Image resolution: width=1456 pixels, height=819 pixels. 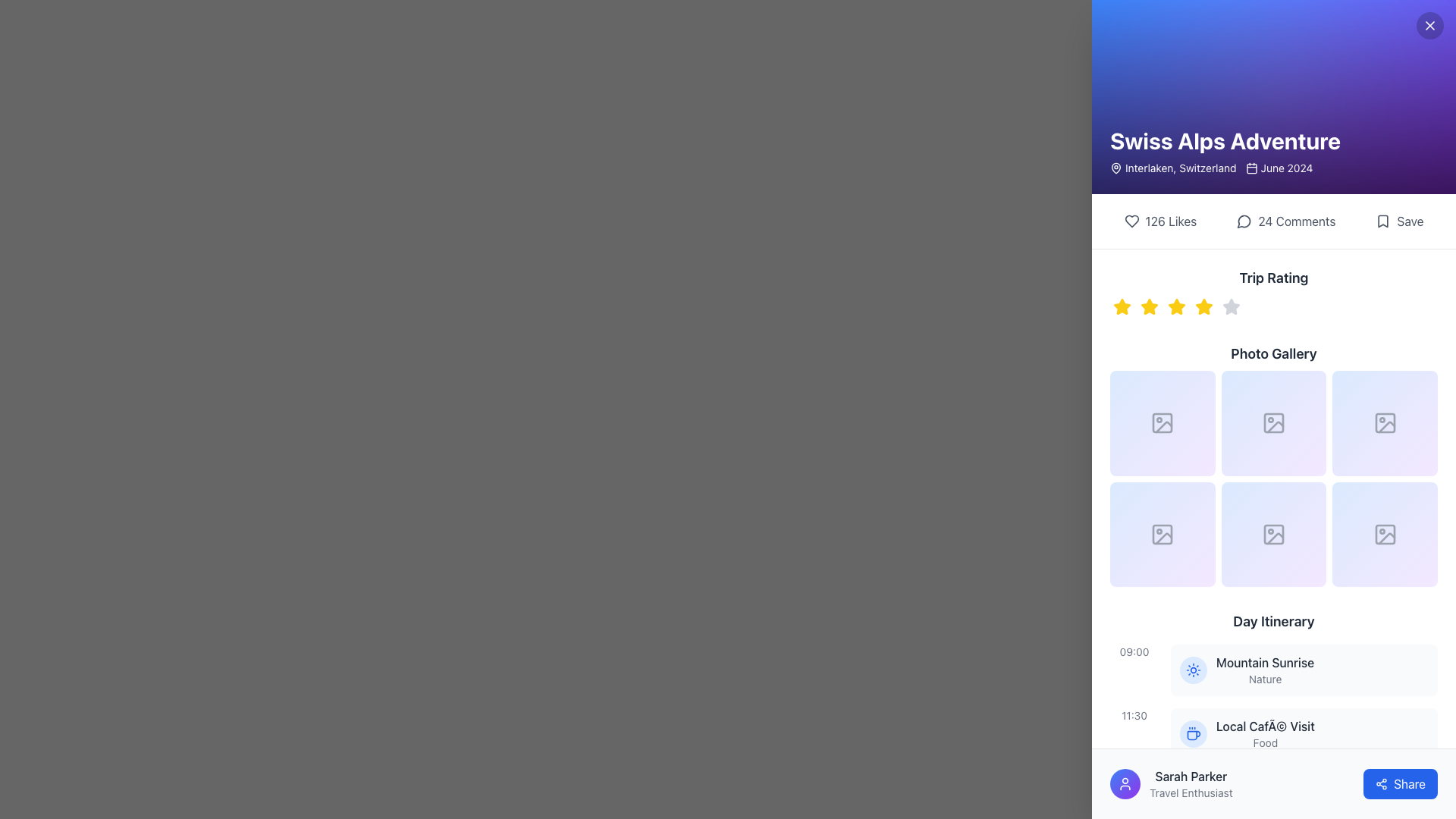 I want to click on the second star icon in the horizontal row of five icons, located below the 'Trip Rating' label, so click(x=1150, y=307).